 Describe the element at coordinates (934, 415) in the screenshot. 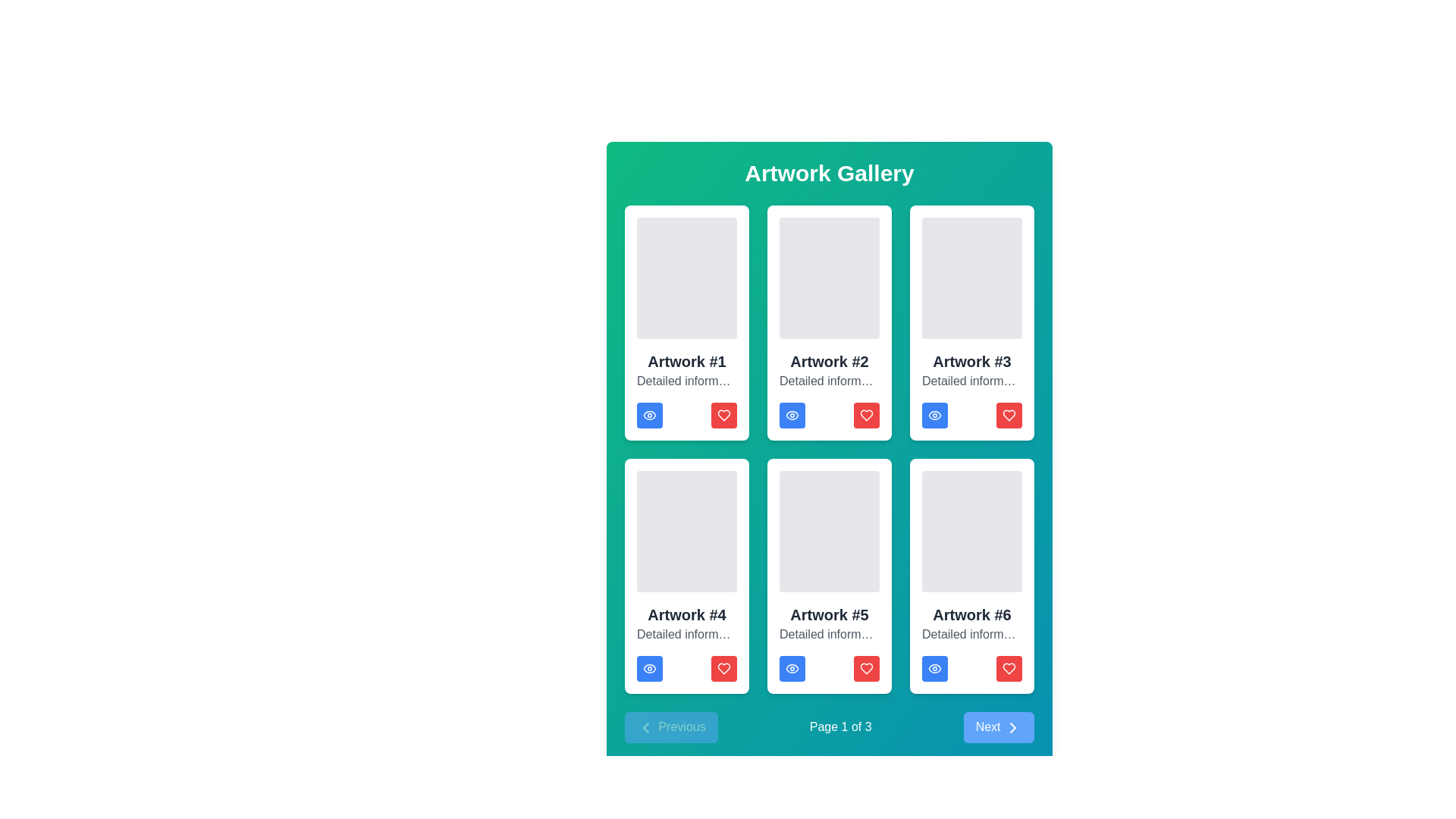

I see `the icon located within the button beneath the card labeled 'Artwork #3' in the third column of the first row` at that location.